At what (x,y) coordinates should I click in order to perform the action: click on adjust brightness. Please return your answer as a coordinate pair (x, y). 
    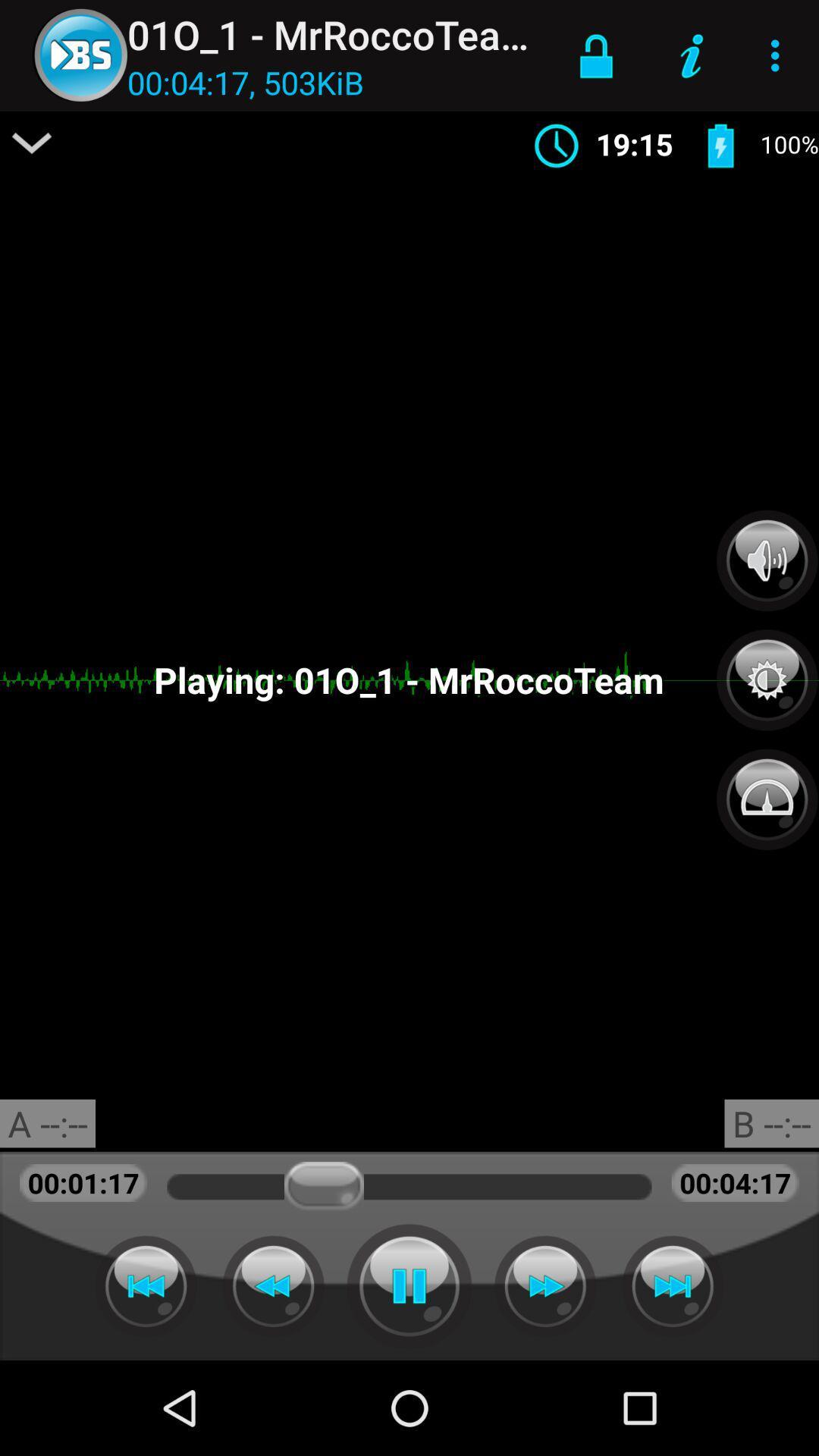
    Looking at the image, I should click on (767, 671).